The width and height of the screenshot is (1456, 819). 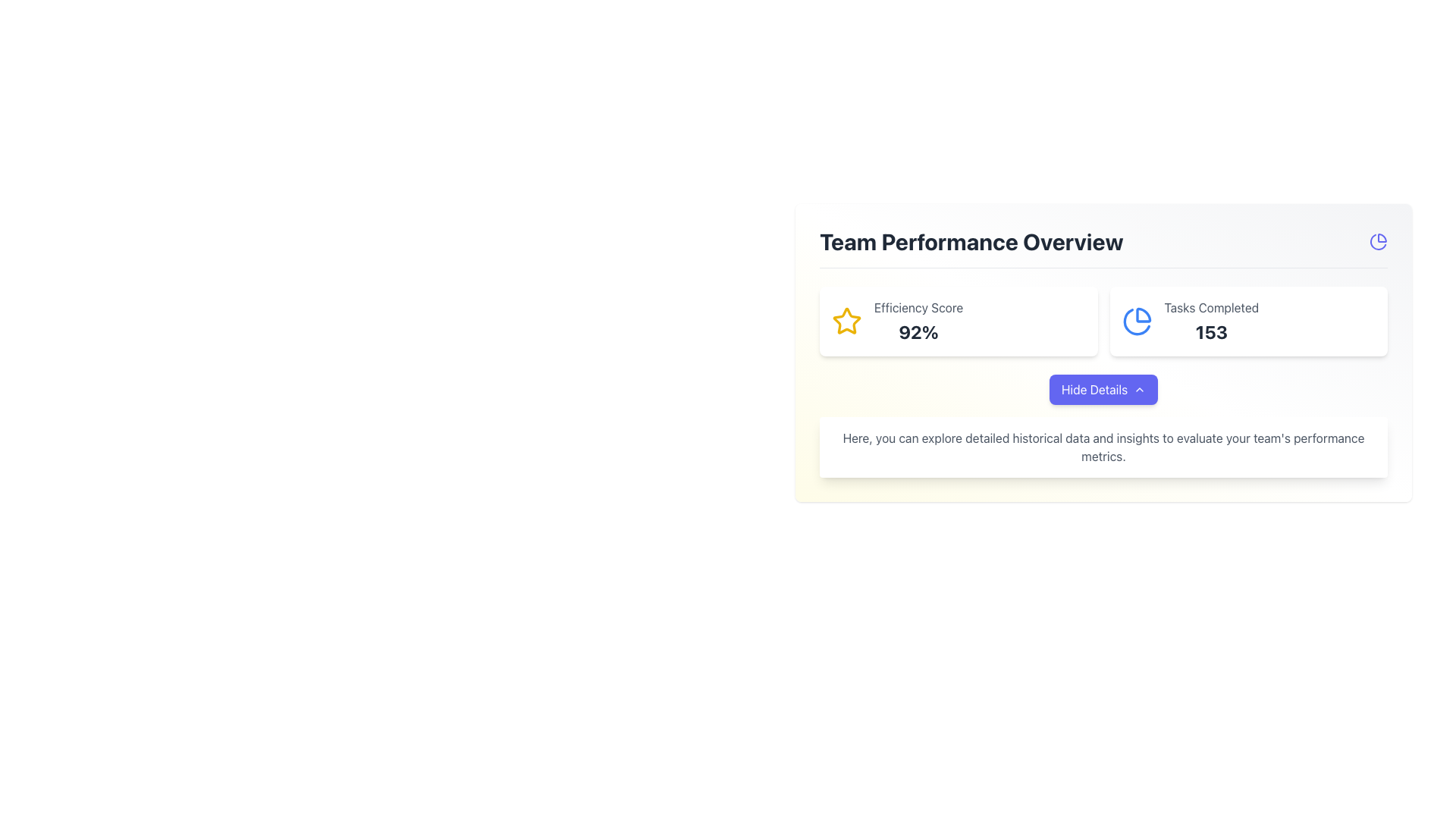 What do you see at coordinates (1382, 238) in the screenshot?
I see `the upper right segment of the pie chart located at the top-right corner of the interface` at bounding box center [1382, 238].